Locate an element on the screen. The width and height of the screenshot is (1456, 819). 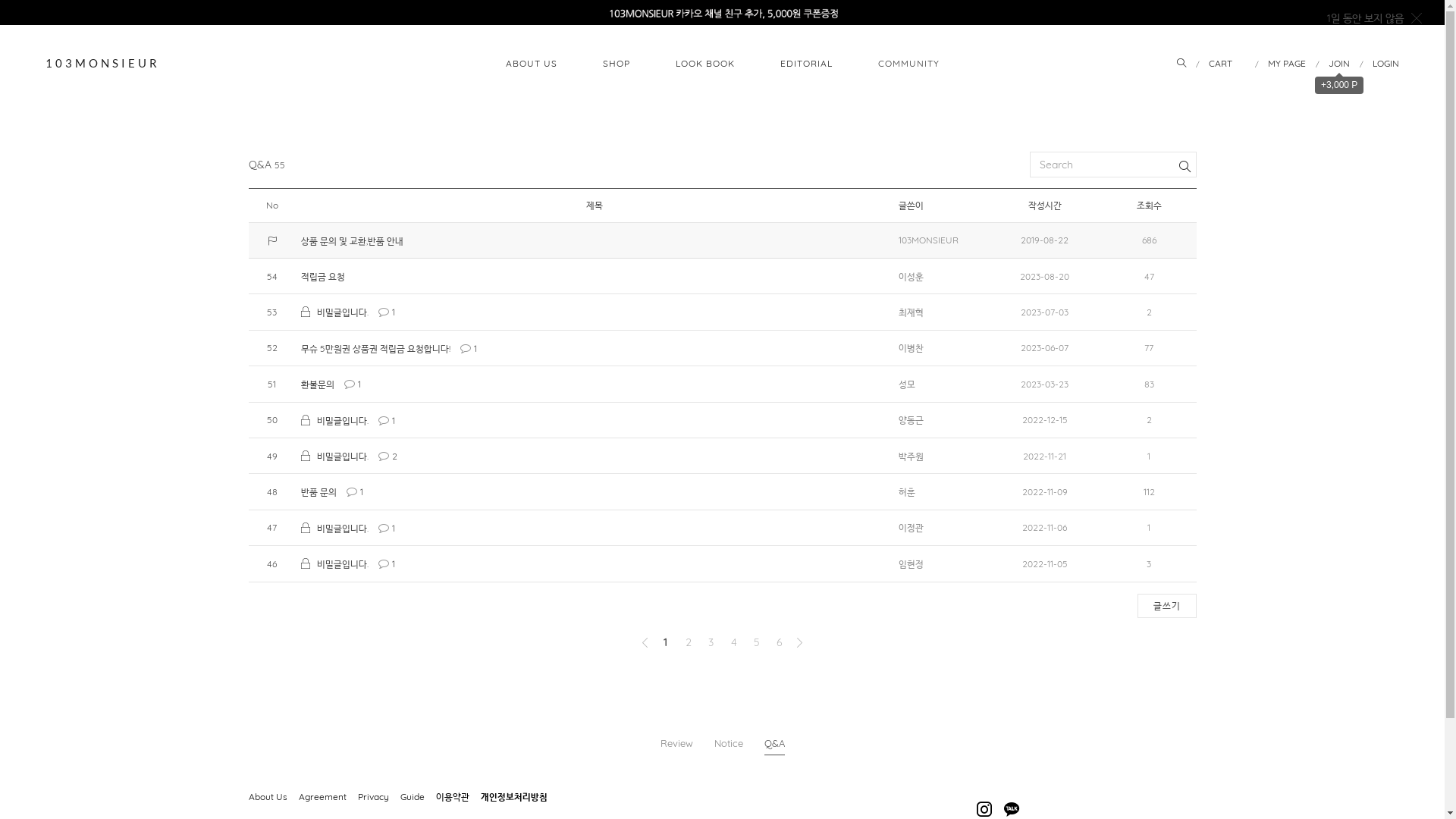
'EDITORIAL' is located at coordinates (805, 62).